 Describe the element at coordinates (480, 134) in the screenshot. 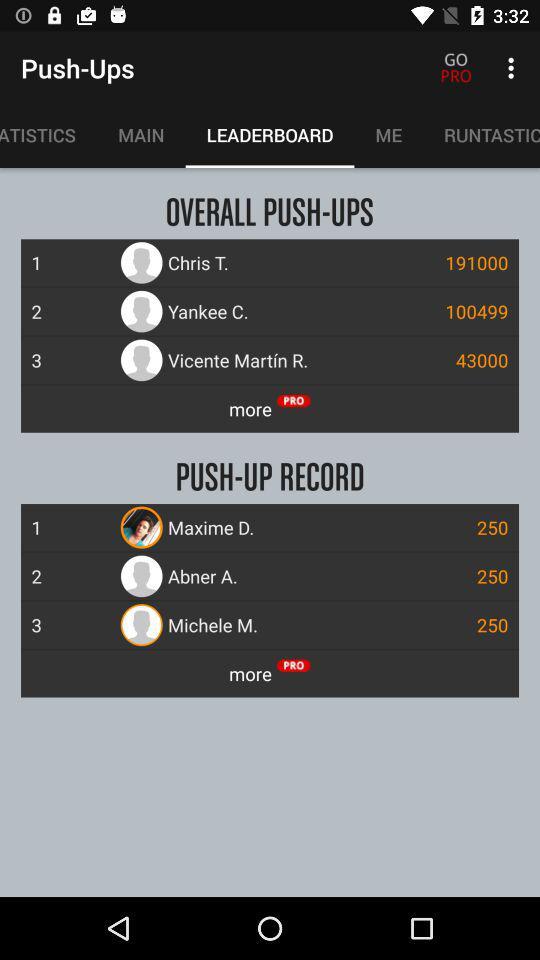

I see `icon next to me icon` at that location.